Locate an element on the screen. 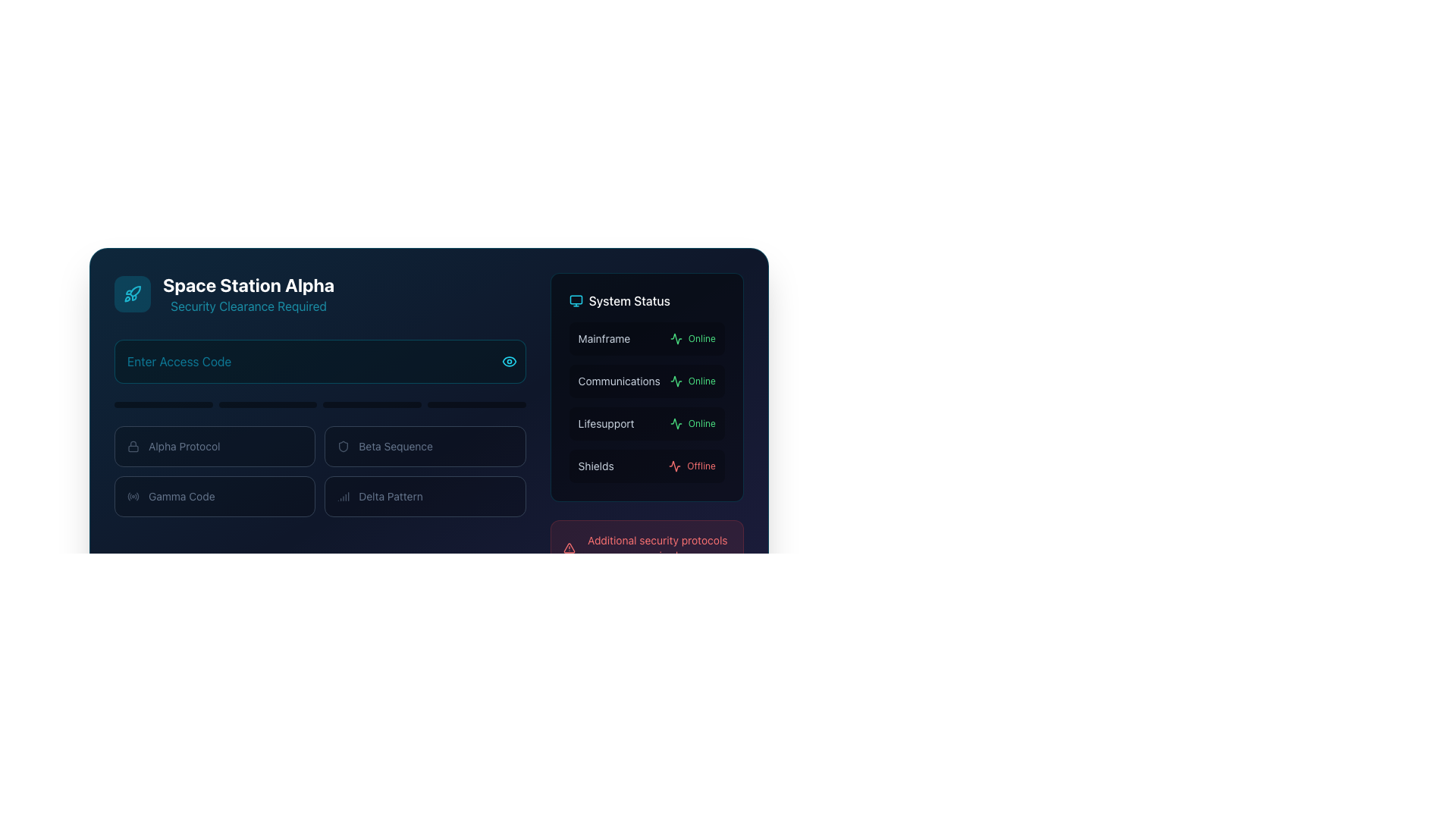  the 'Communications' status text label, which indicates whether the communications component is operational or active, located next to the heartbeat icon is located at coordinates (692, 380).